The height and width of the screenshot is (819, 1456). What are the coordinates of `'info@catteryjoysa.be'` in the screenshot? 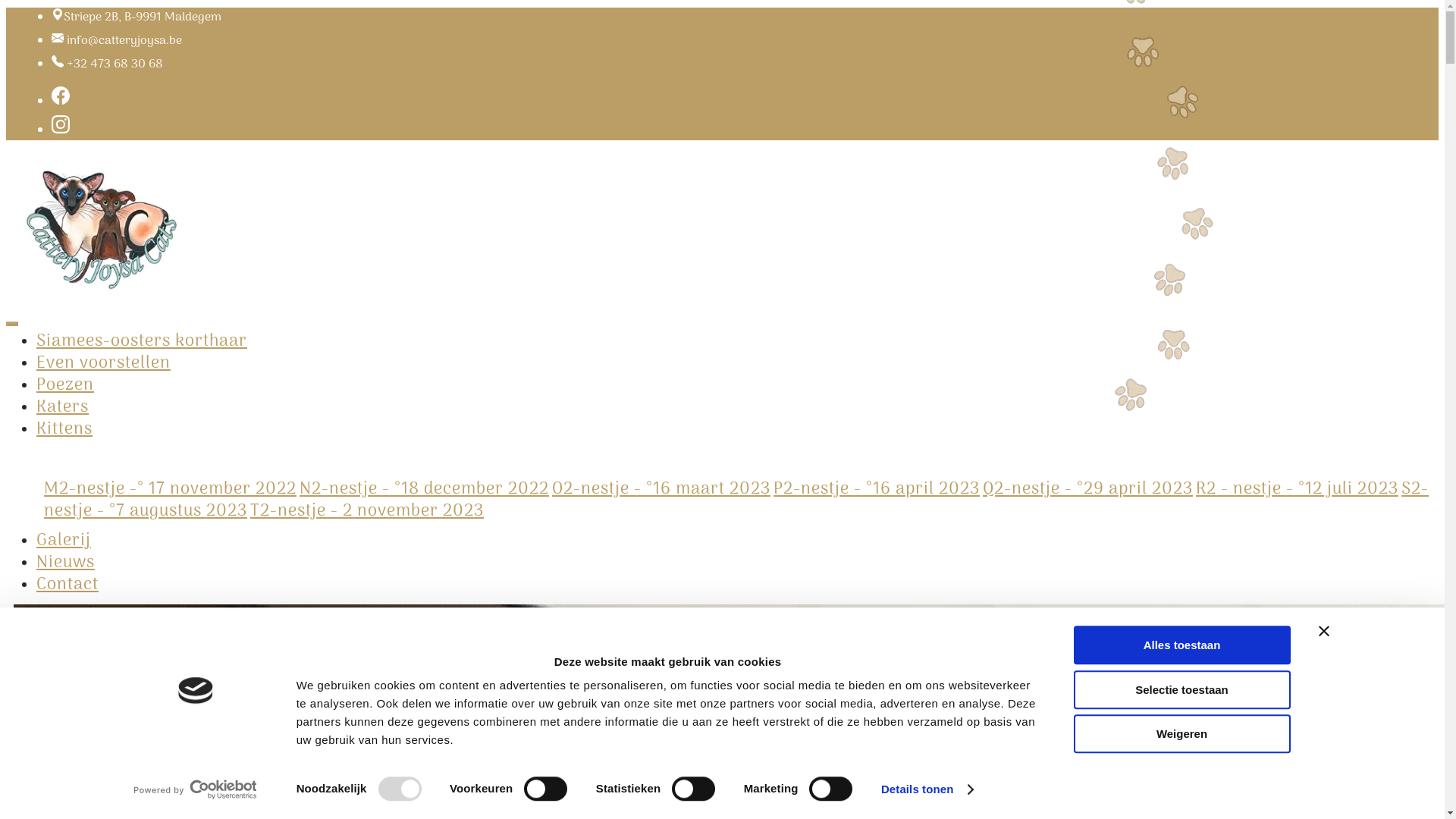 It's located at (124, 40).